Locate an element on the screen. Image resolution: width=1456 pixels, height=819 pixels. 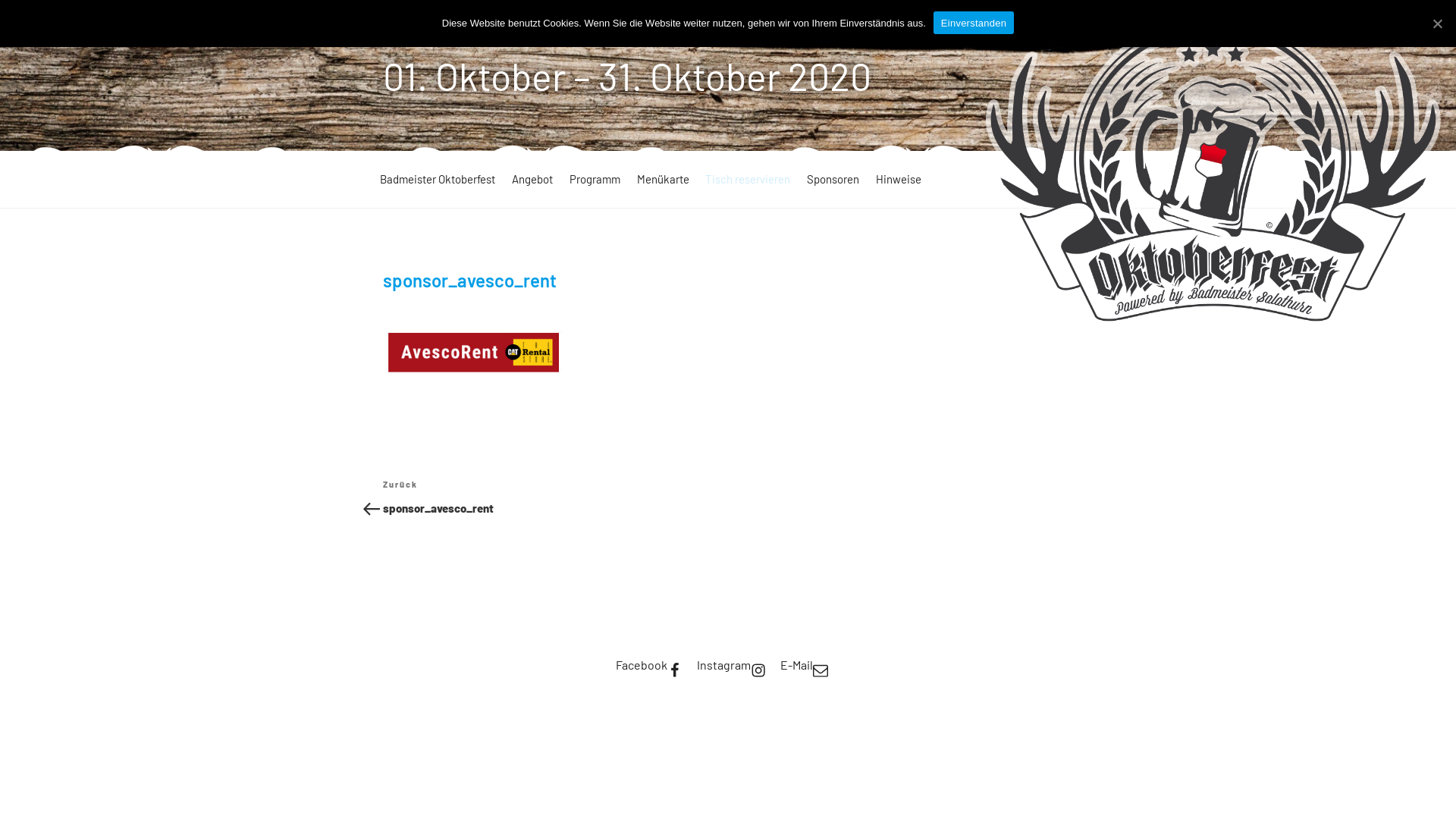
'E-Mail' is located at coordinates (803, 664).